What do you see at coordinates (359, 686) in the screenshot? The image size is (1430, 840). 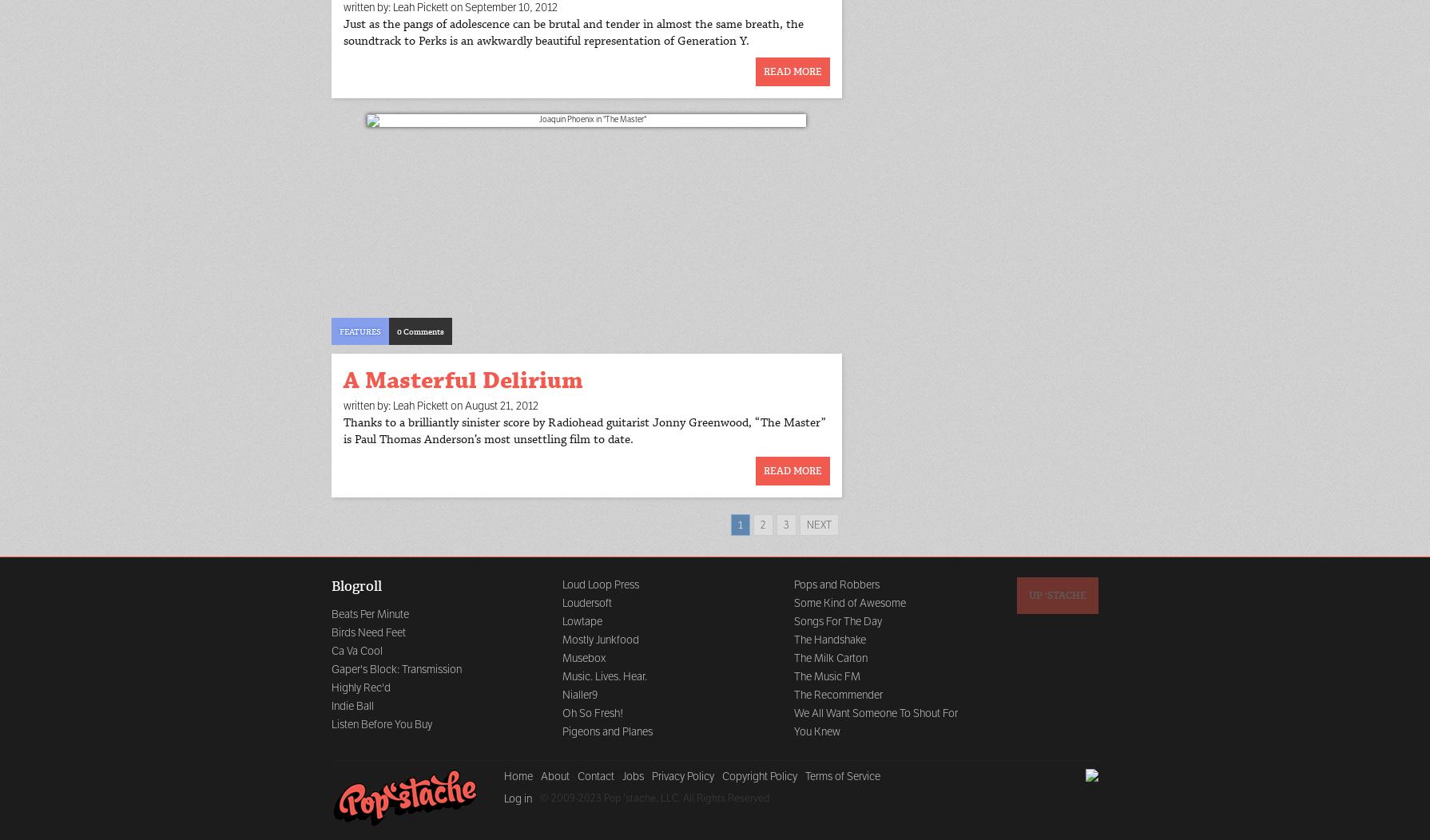 I see `'Highly Rec'd'` at bounding box center [359, 686].